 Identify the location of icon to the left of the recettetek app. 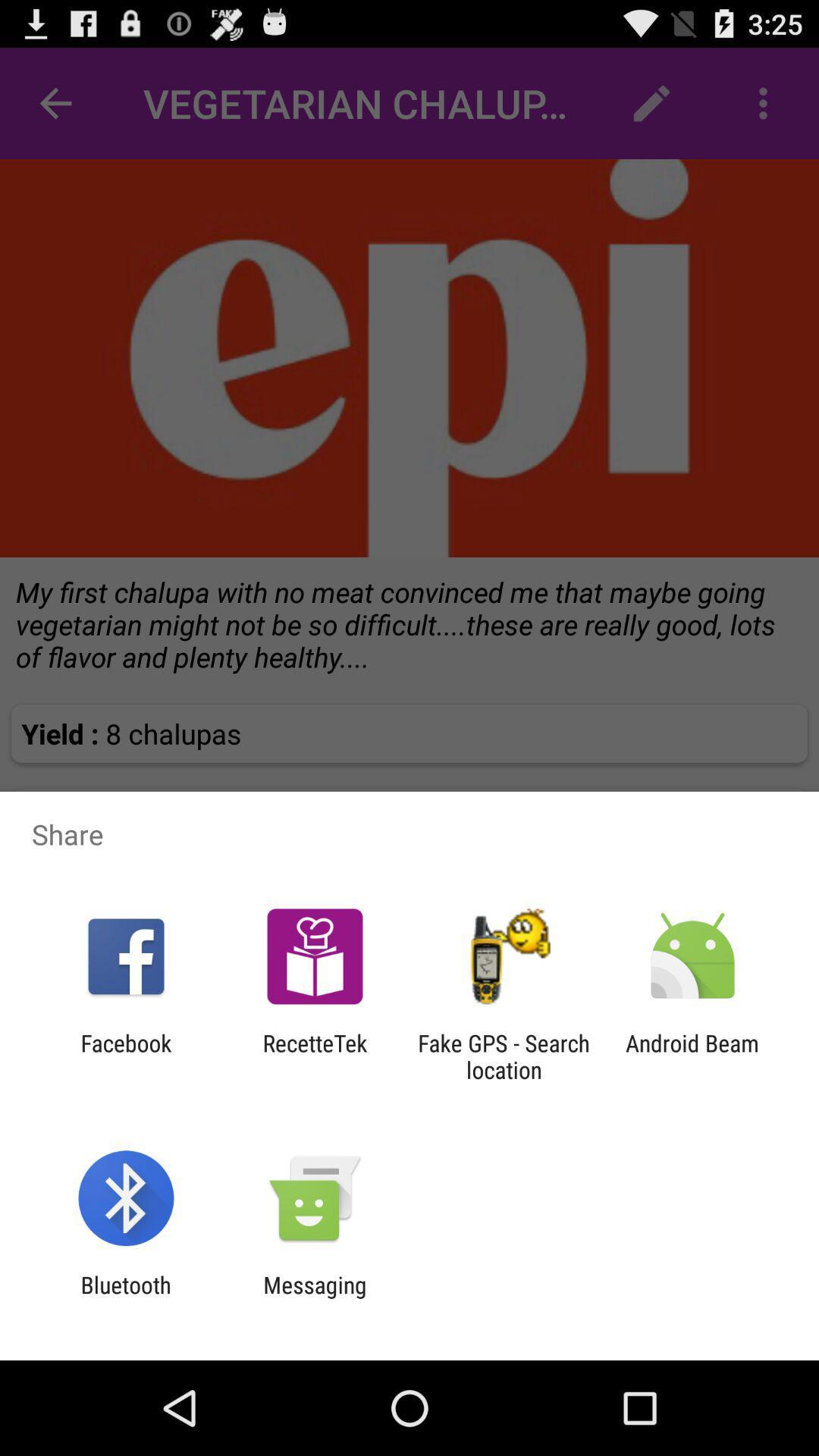
(125, 1056).